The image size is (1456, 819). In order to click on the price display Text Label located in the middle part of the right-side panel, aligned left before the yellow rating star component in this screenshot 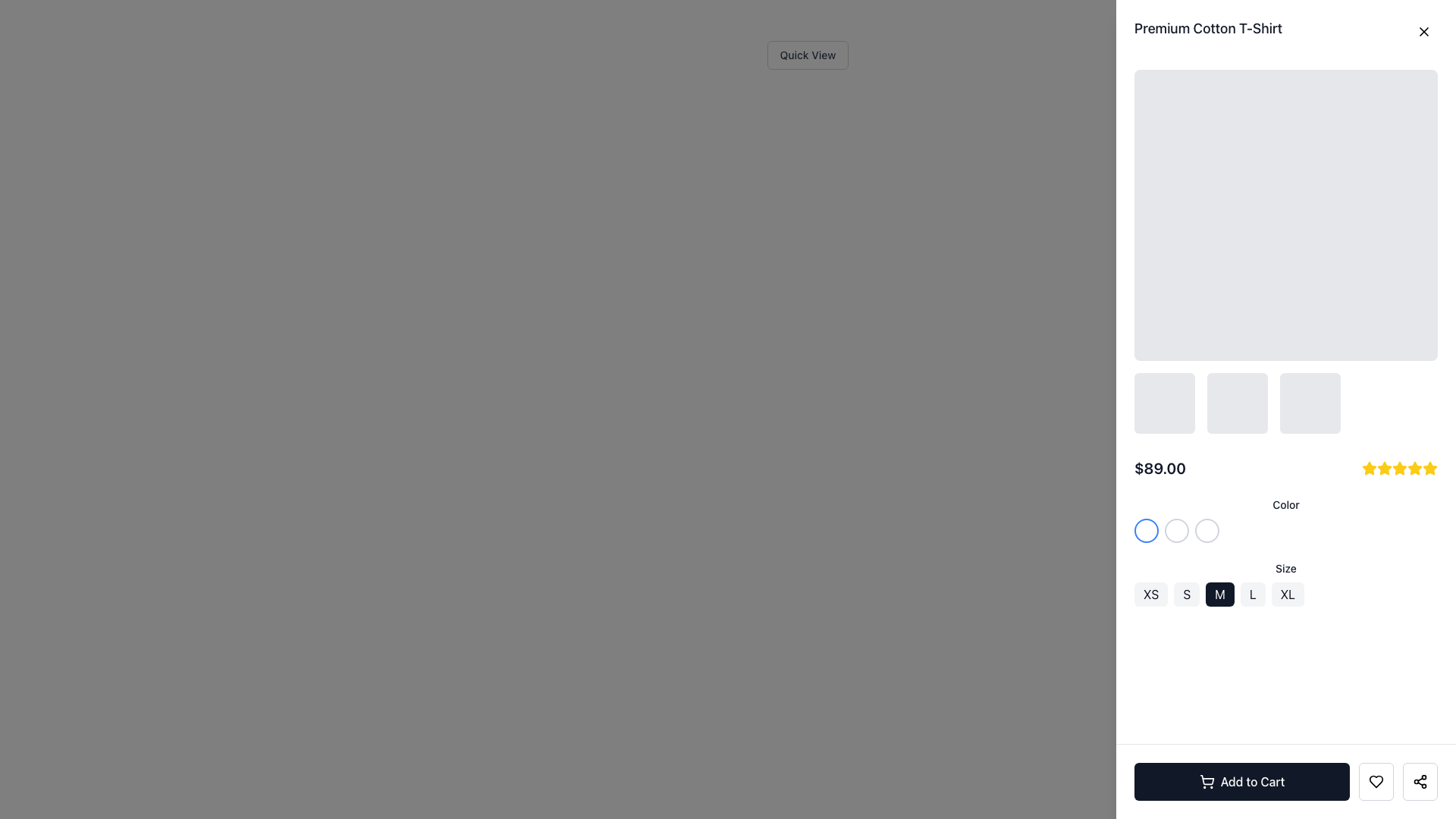, I will do `click(1159, 467)`.